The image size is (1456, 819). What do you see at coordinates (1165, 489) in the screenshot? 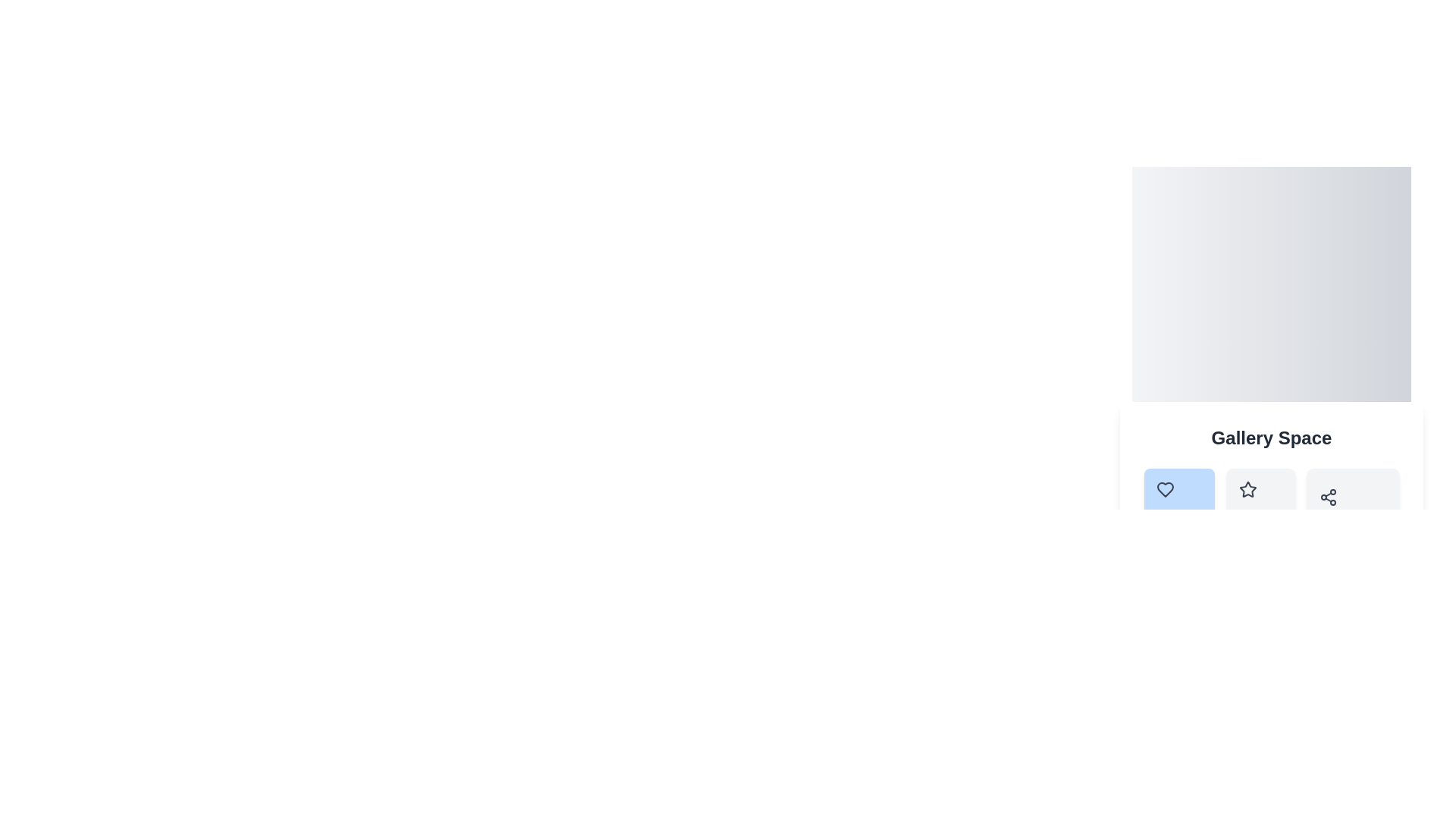
I see `the heart-shaped icon button located in the first slot of the icon row below the 'Gallery Space' label` at bounding box center [1165, 489].